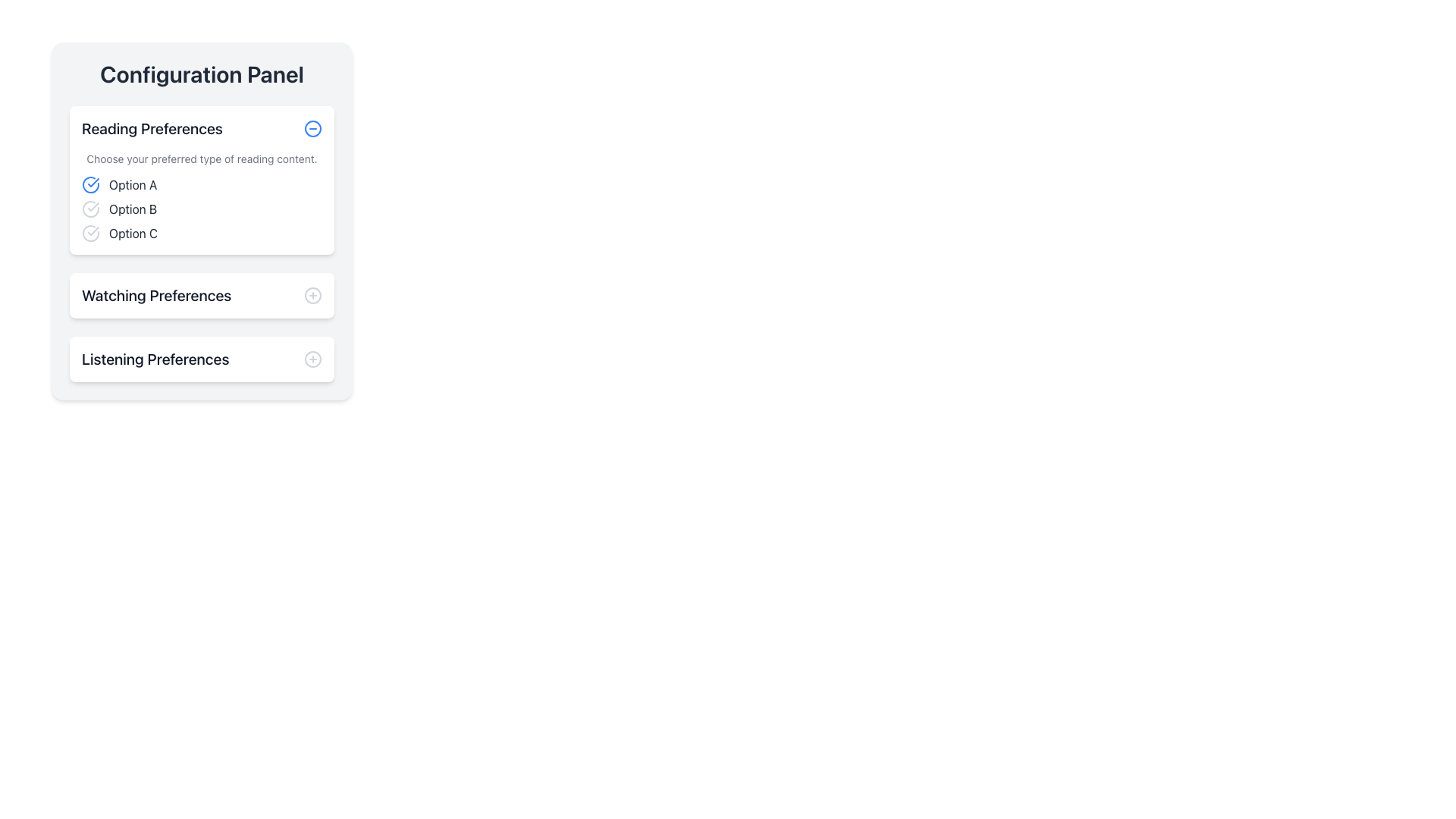 This screenshot has height=819, width=1456. What do you see at coordinates (312, 359) in the screenshot?
I see `the 'add' button located on the far right end of the 'Listening Preferences' section` at bounding box center [312, 359].